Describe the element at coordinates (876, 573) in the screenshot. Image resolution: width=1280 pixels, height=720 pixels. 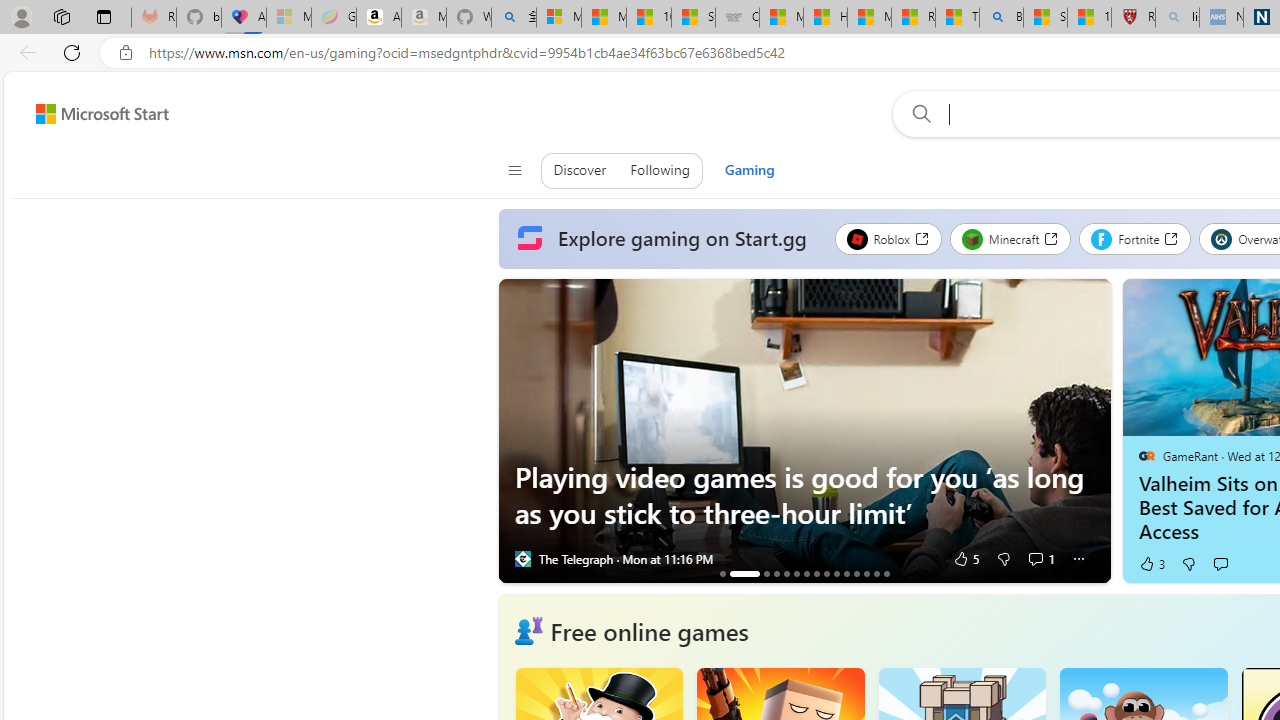
I see `'AutomationID: tab_nativead-infopane-14'` at that location.